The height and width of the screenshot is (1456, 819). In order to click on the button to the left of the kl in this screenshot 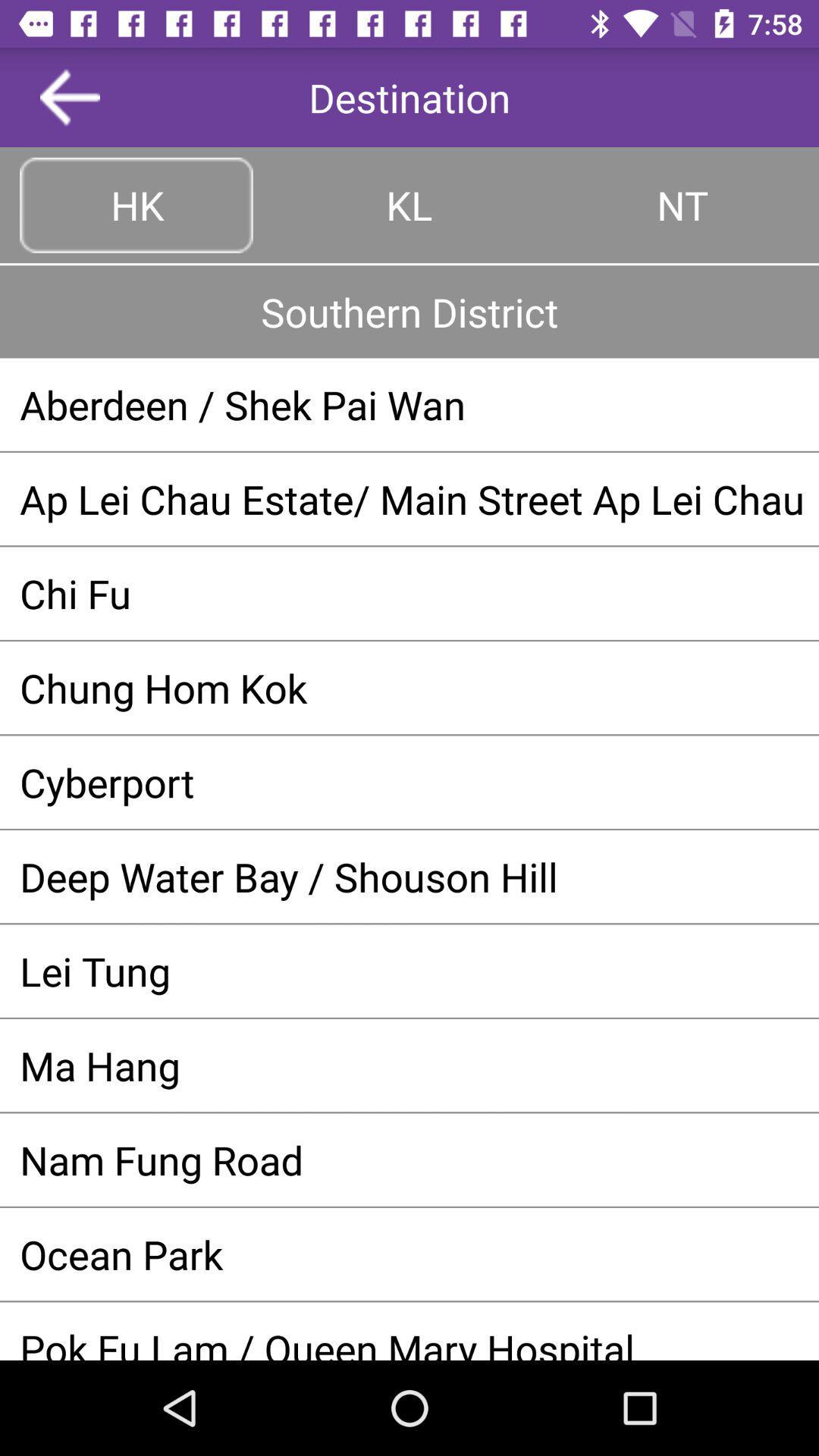, I will do `click(136, 204)`.